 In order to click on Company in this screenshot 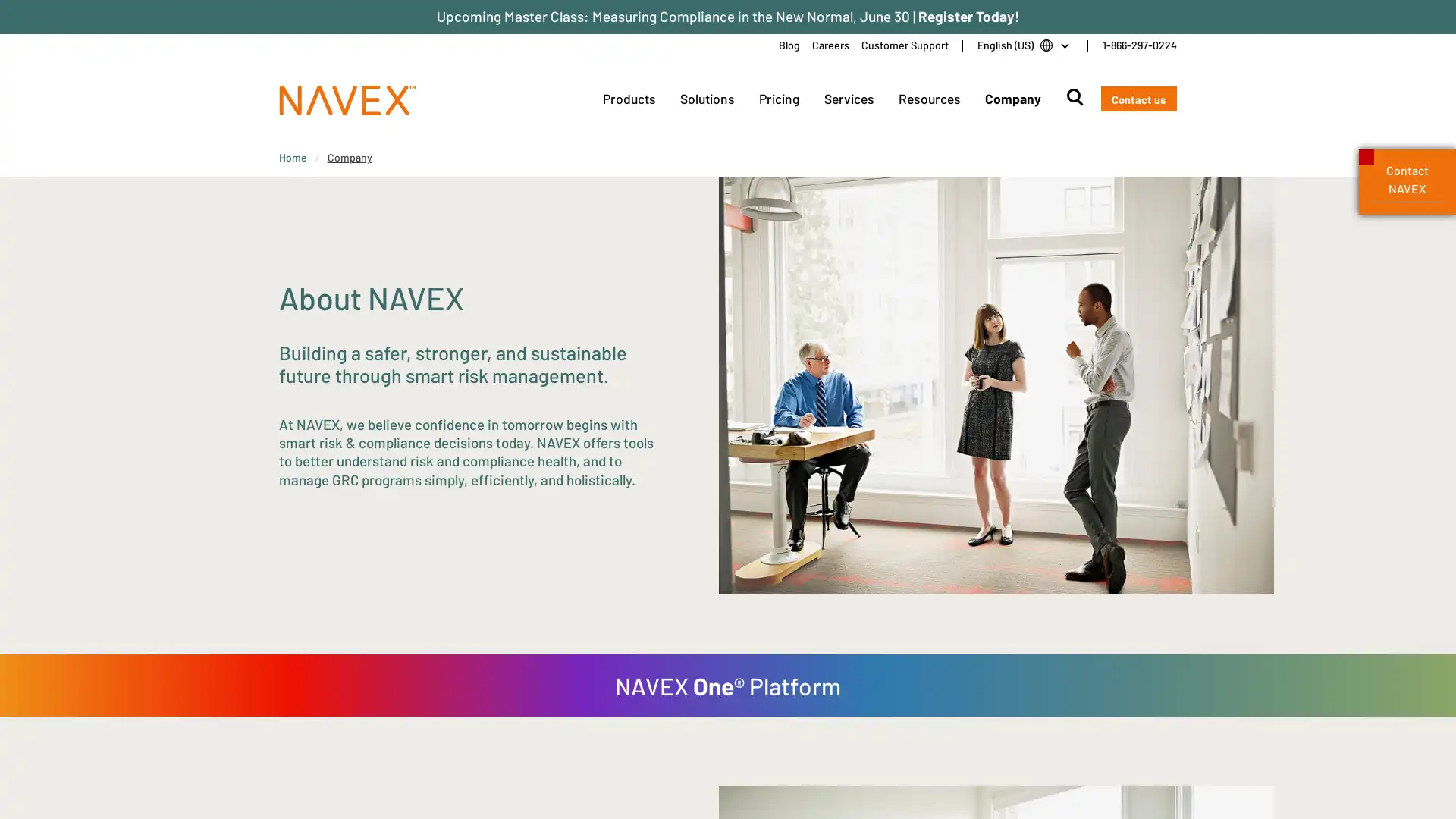, I will do `click(1012, 99)`.